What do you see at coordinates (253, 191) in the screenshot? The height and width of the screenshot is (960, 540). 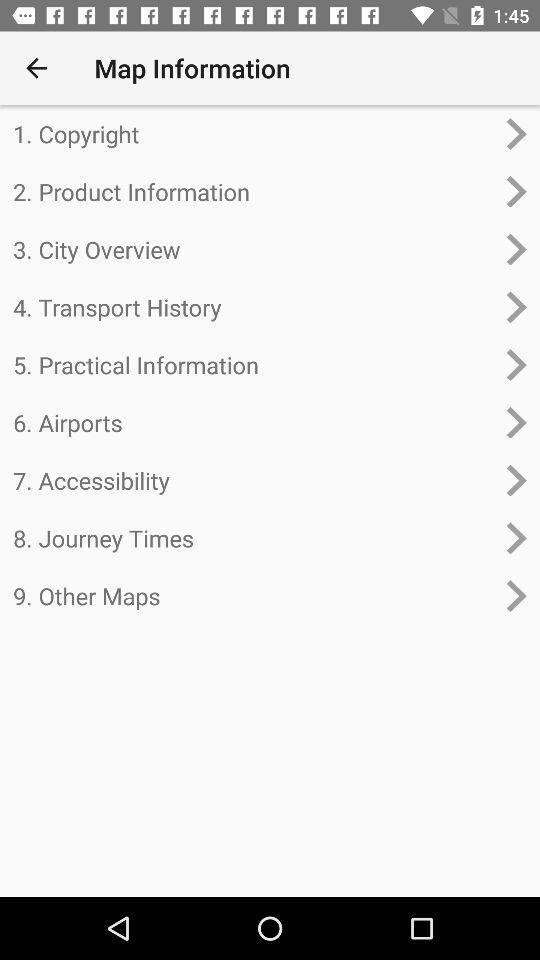 I see `the 2. product information icon` at bounding box center [253, 191].